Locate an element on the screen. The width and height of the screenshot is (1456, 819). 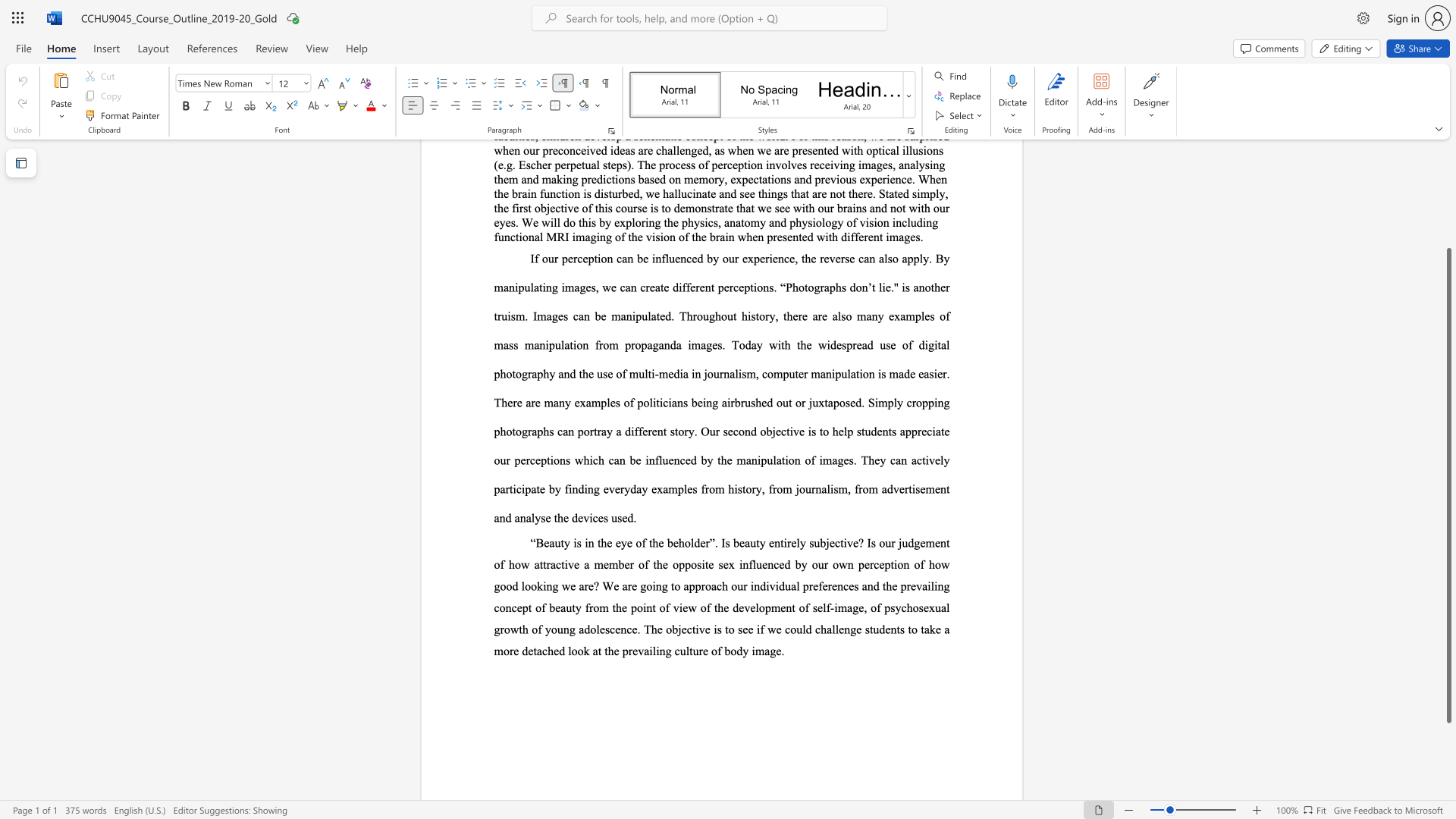
the scrollbar and move up 90 pixels is located at coordinates (1448, 485).